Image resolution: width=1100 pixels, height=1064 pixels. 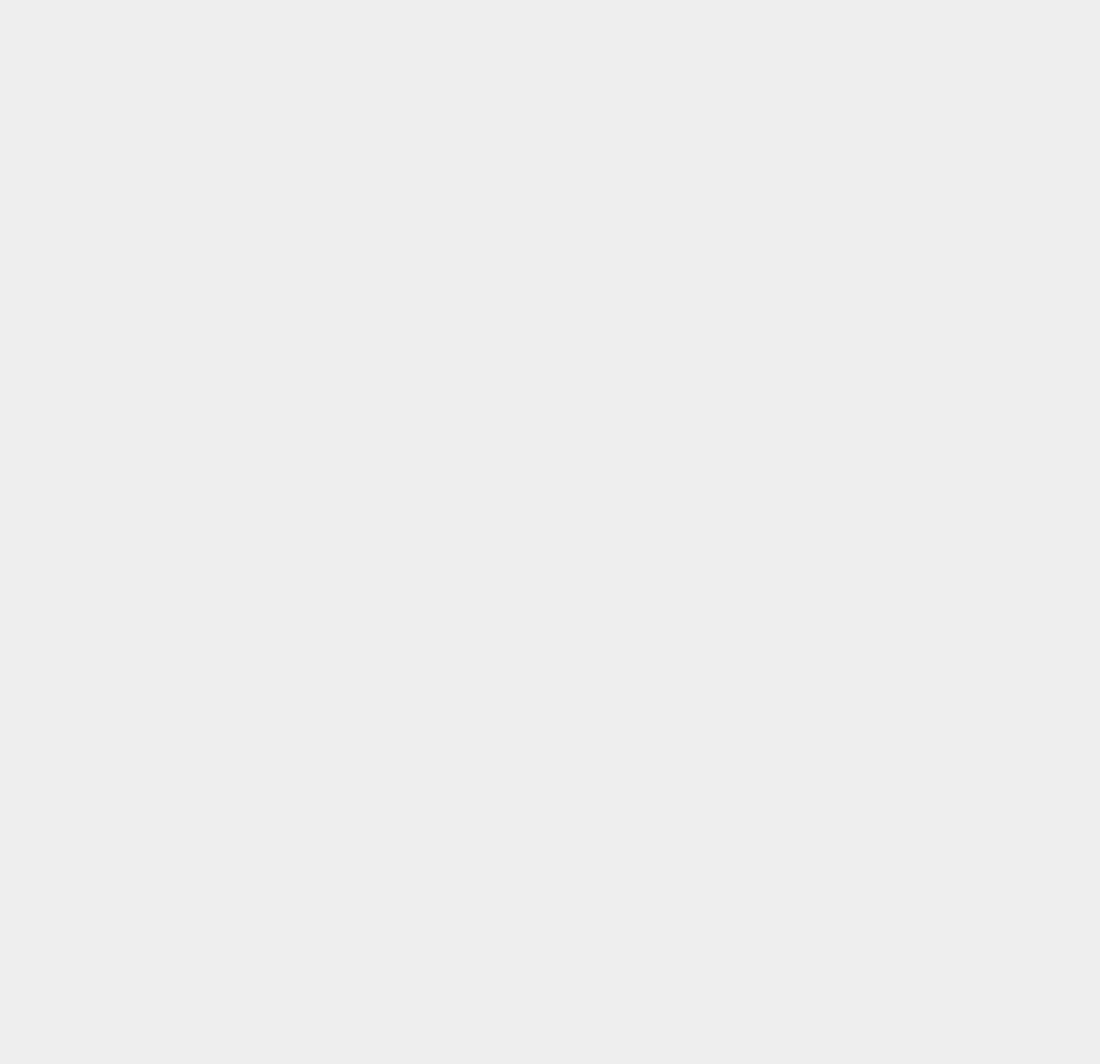 What do you see at coordinates (819, 995) in the screenshot?
I see `'PlayStation 4'` at bounding box center [819, 995].